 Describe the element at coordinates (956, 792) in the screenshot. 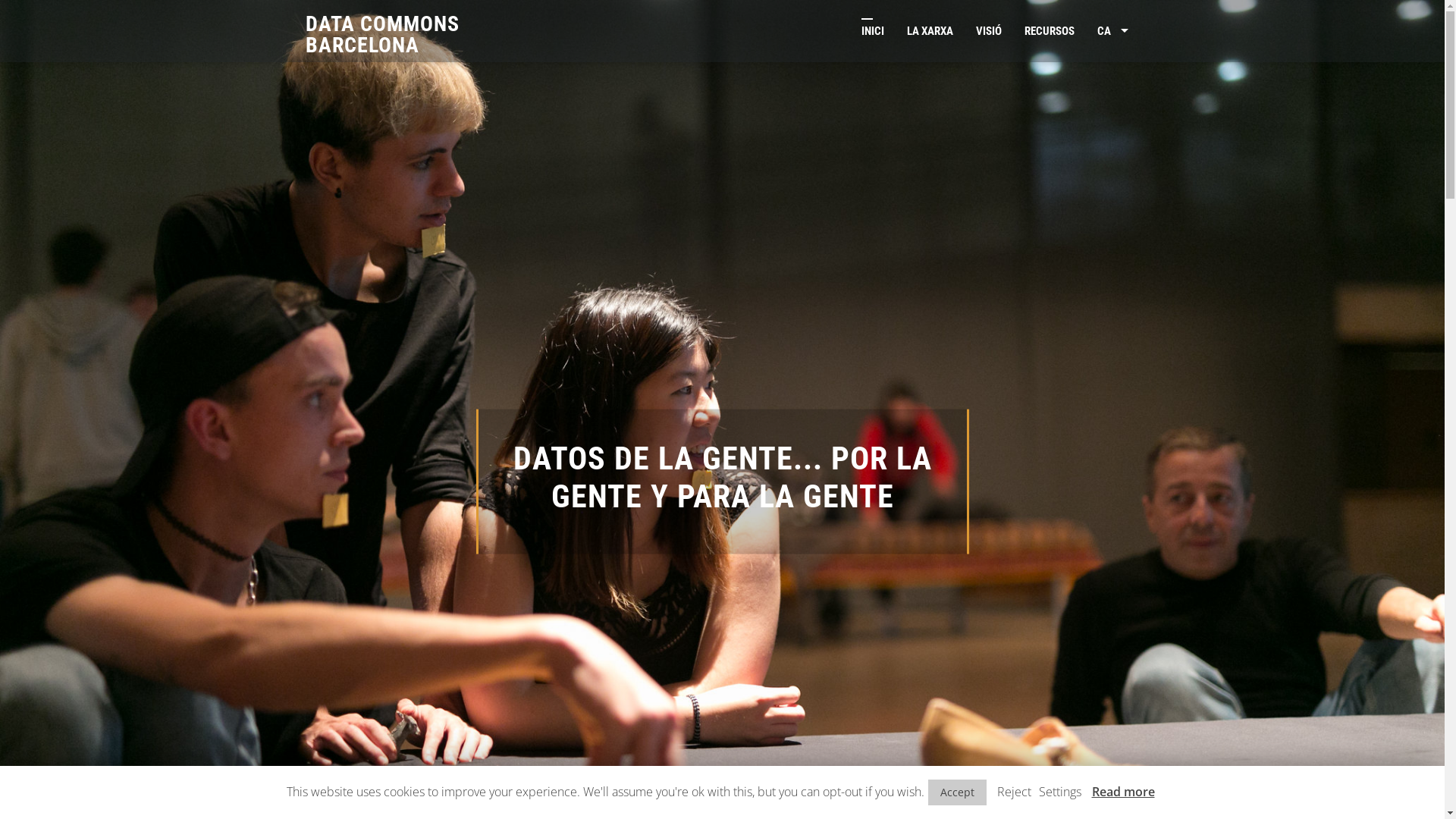

I see `'Accept'` at that location.